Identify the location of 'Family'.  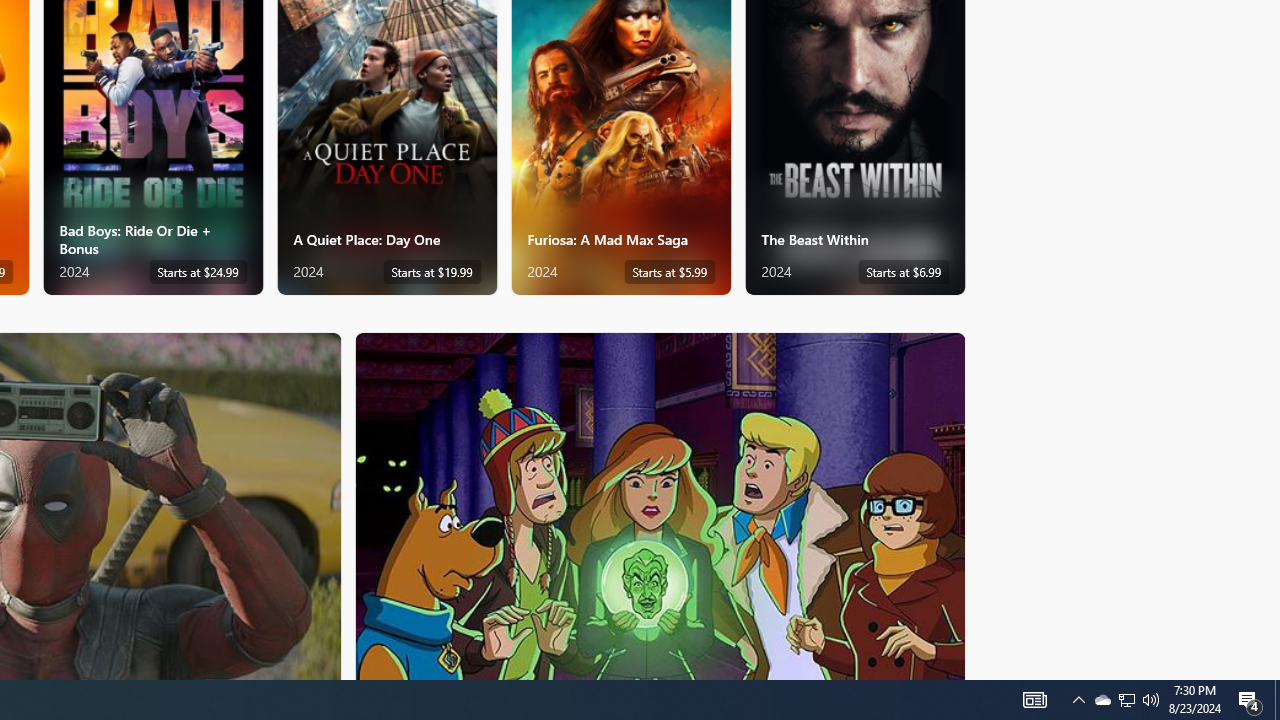
(660, 504).